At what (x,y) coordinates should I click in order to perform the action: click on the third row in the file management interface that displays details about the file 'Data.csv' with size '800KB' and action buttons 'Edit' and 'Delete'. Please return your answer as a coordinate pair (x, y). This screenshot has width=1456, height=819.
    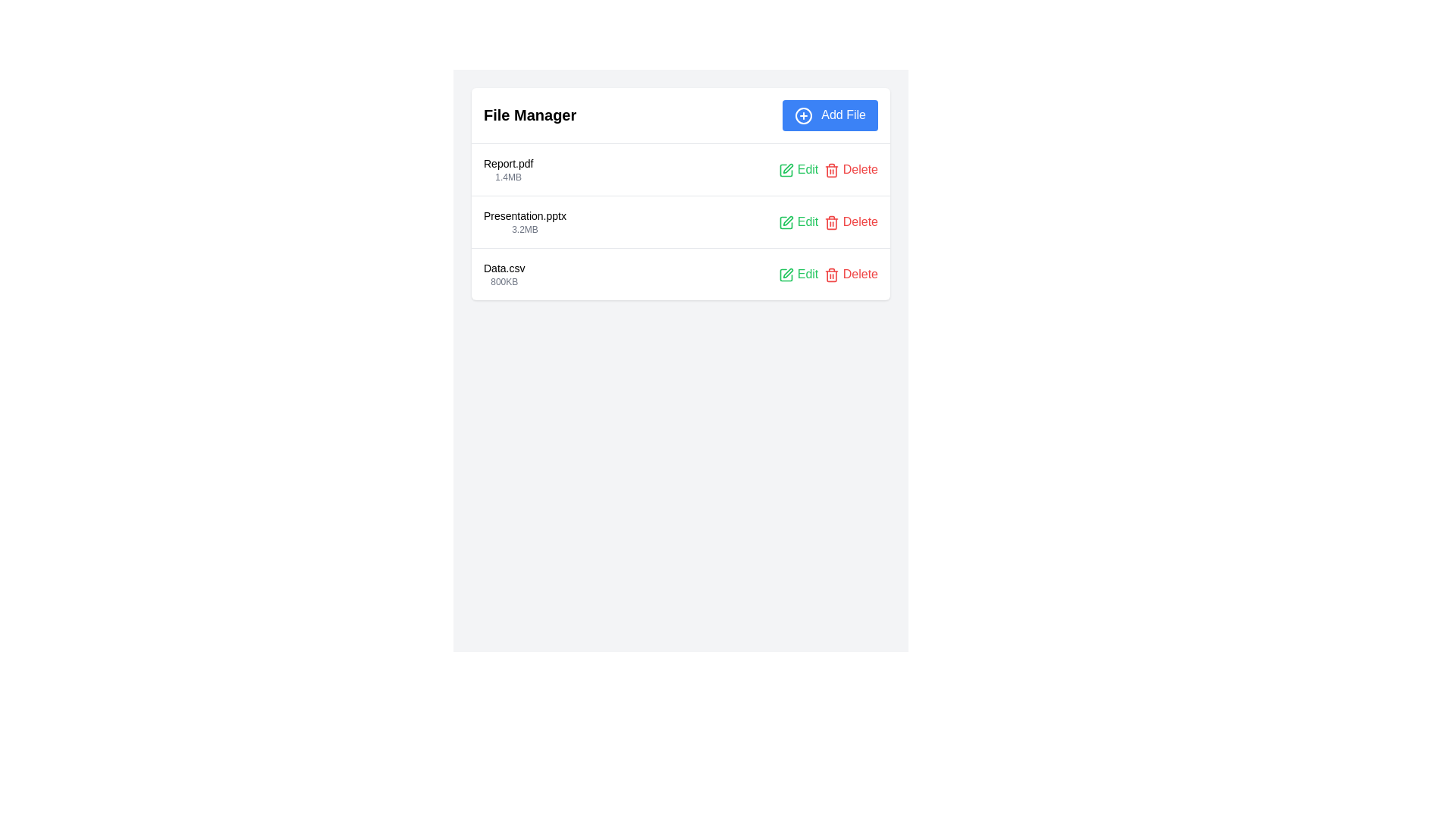
    Looking at the image, I should click on (679, 274).